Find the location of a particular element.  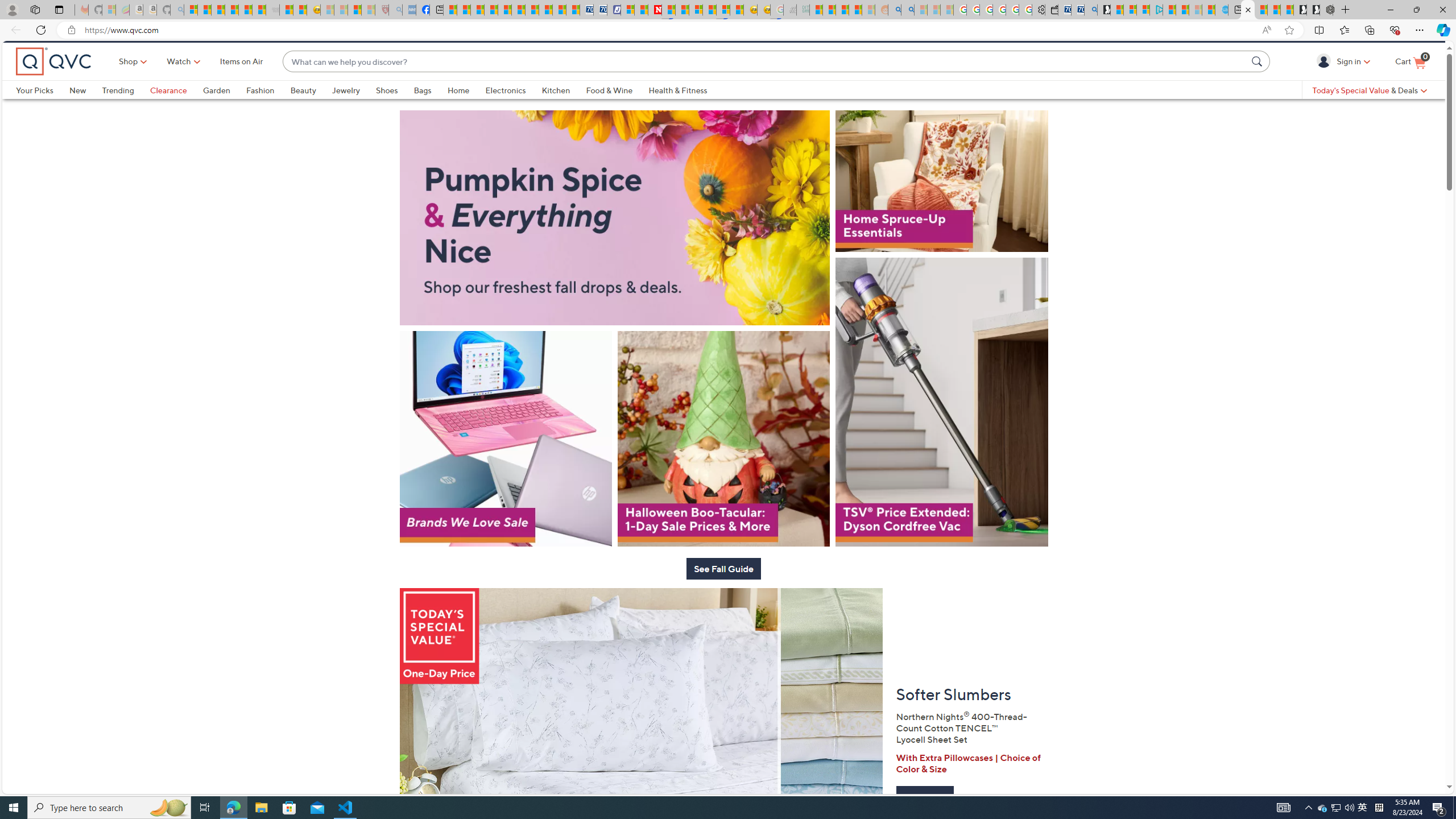

'QVC home' is located at coordinates (53, 80).